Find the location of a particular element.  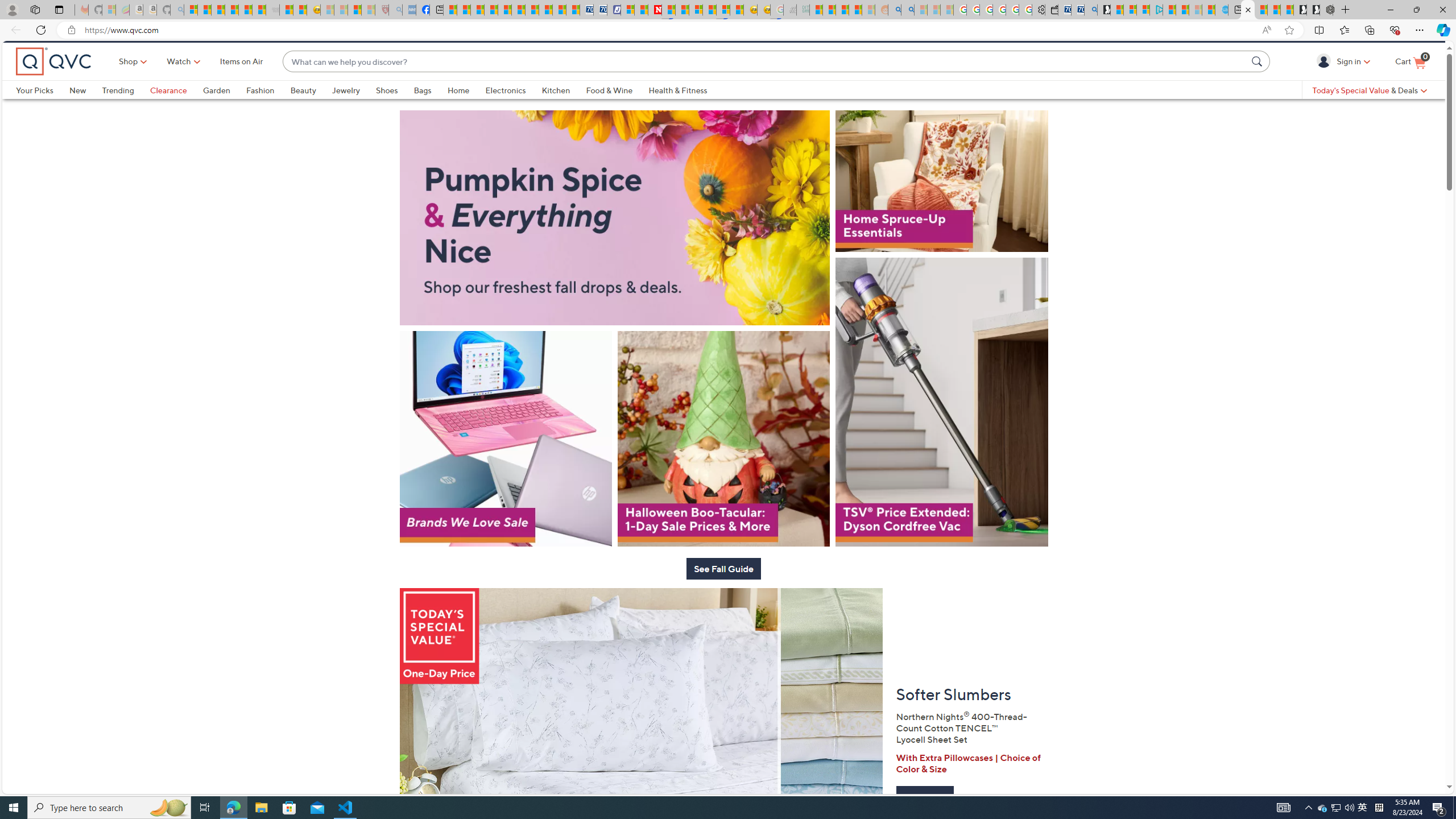

'QVC home' is located at coordinates (53, 80).